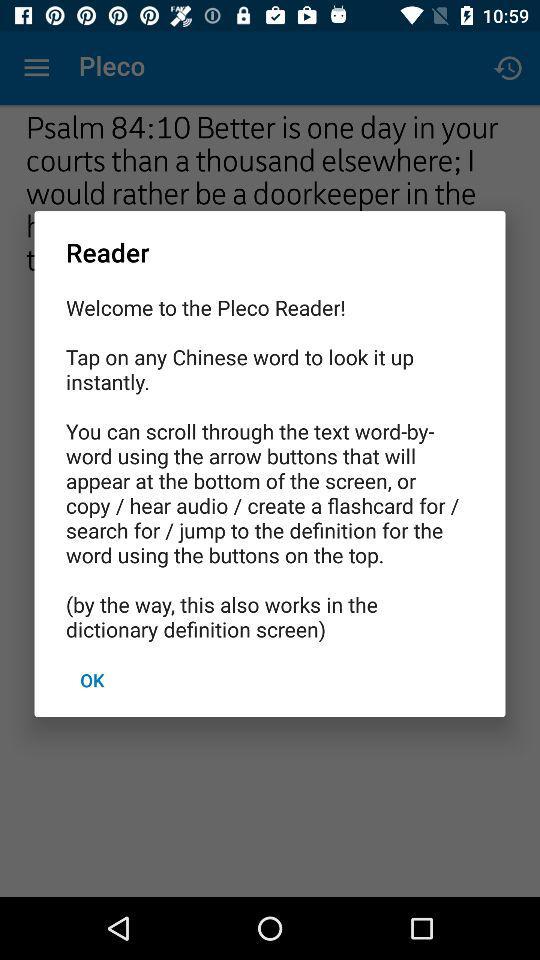 This screenshot has width=540, height=960. I want to click on item below welcome to the, so click(91, 680).